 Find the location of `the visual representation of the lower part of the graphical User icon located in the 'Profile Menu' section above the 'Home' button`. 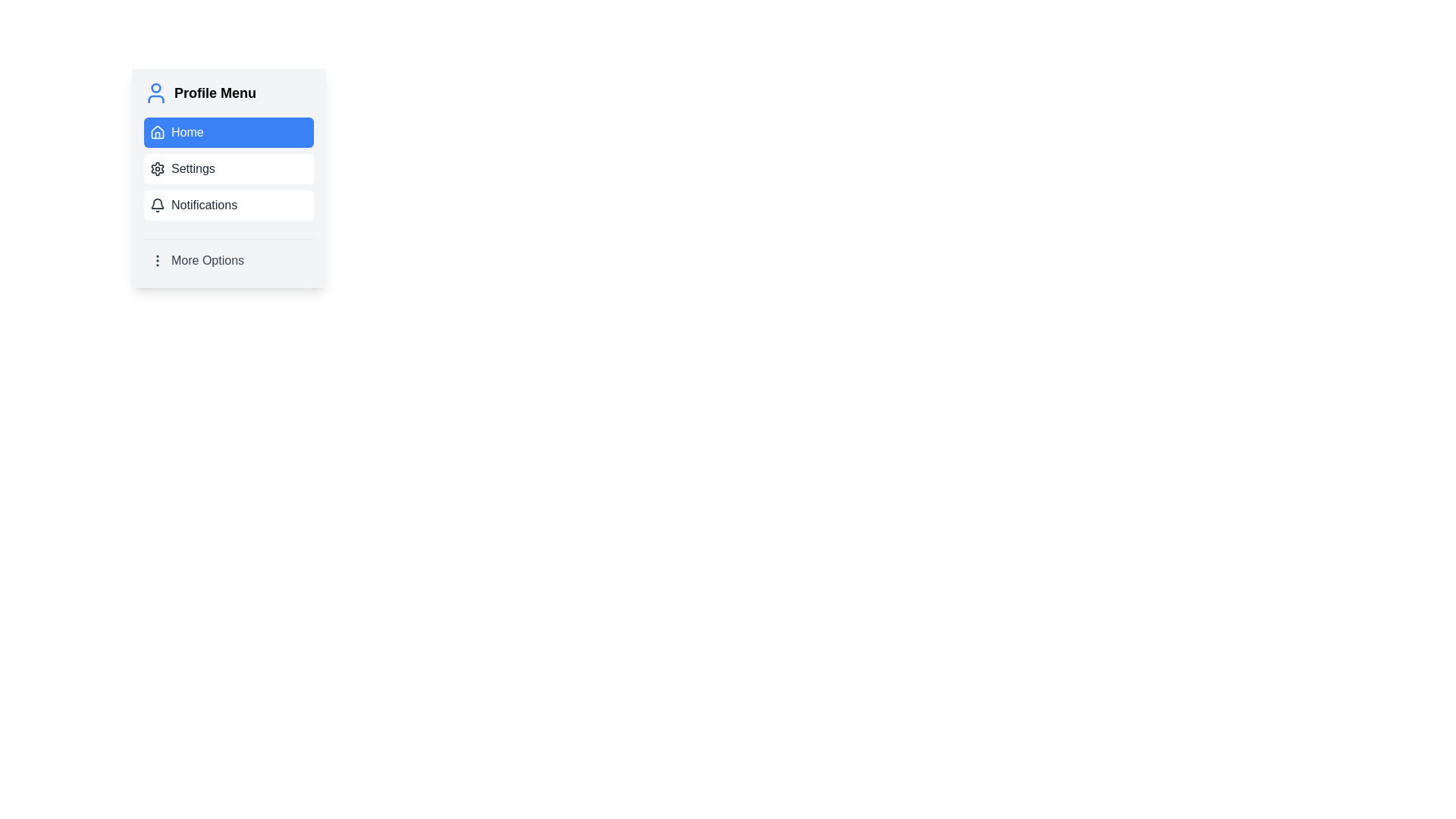

the visual representation of the lower part of the graphical User icon located in the 'Profile Menu' section above the 'Home' button is located at coordinates (156, 99).